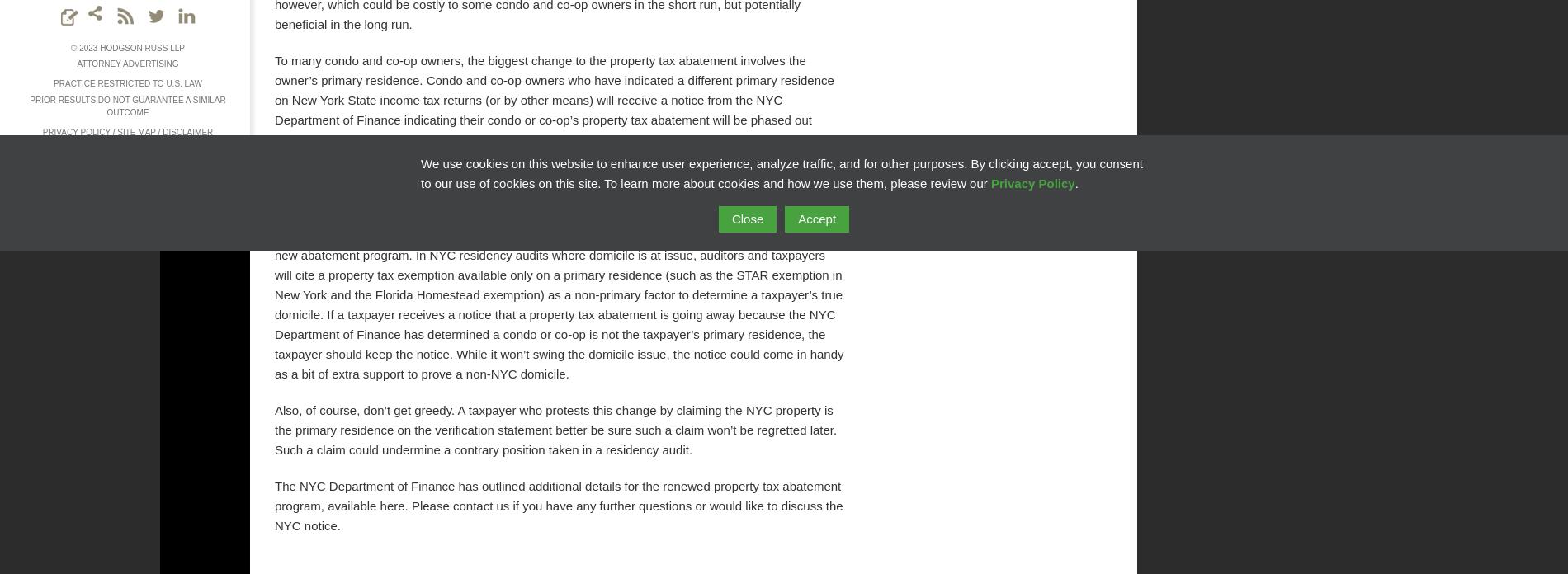  Describe the element at coordinates (187, 131) in the screenshot. I see `'Disclaimer'` at that location.